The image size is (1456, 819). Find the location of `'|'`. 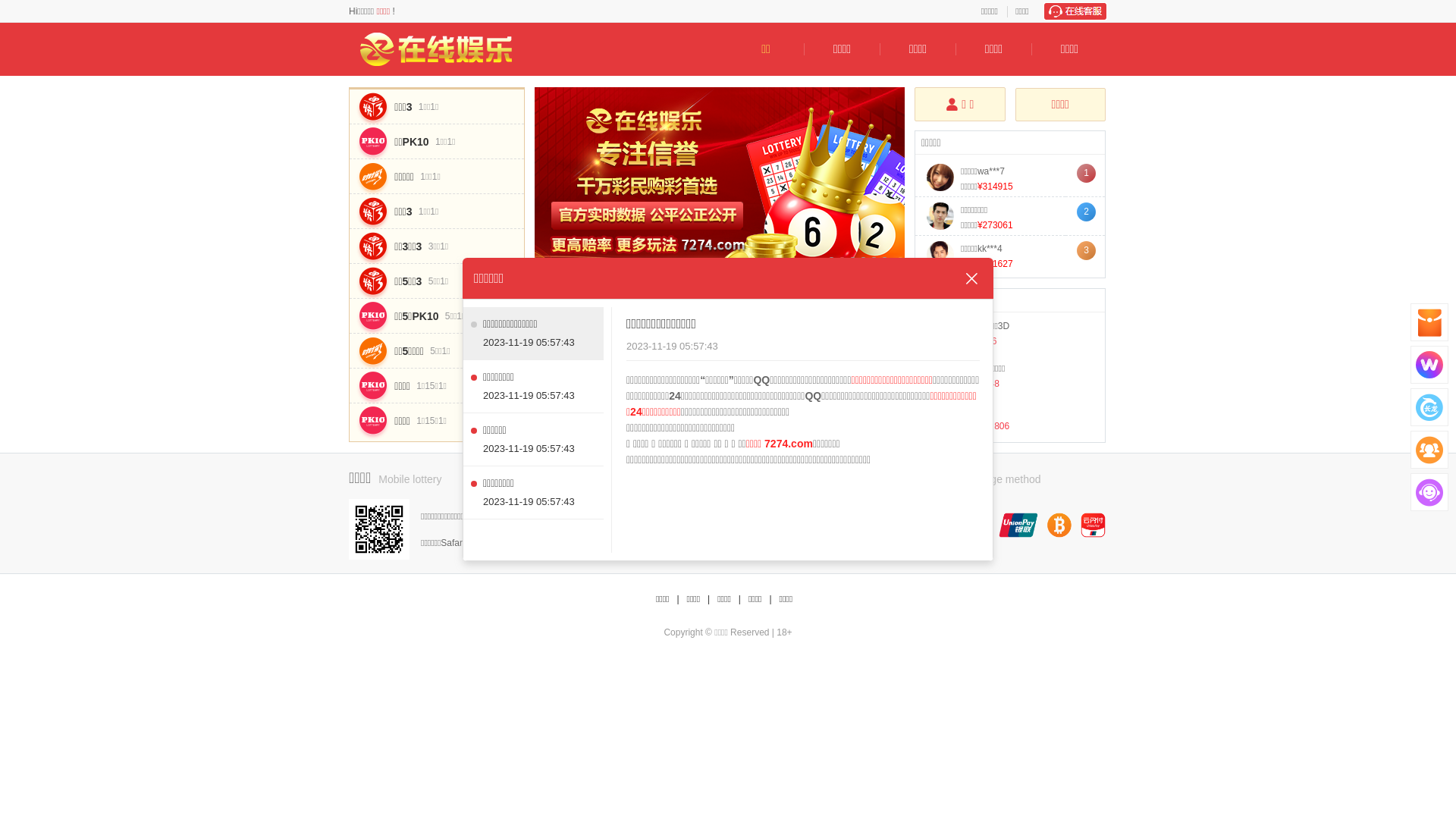

'|' is located at coordinates (708, 598).